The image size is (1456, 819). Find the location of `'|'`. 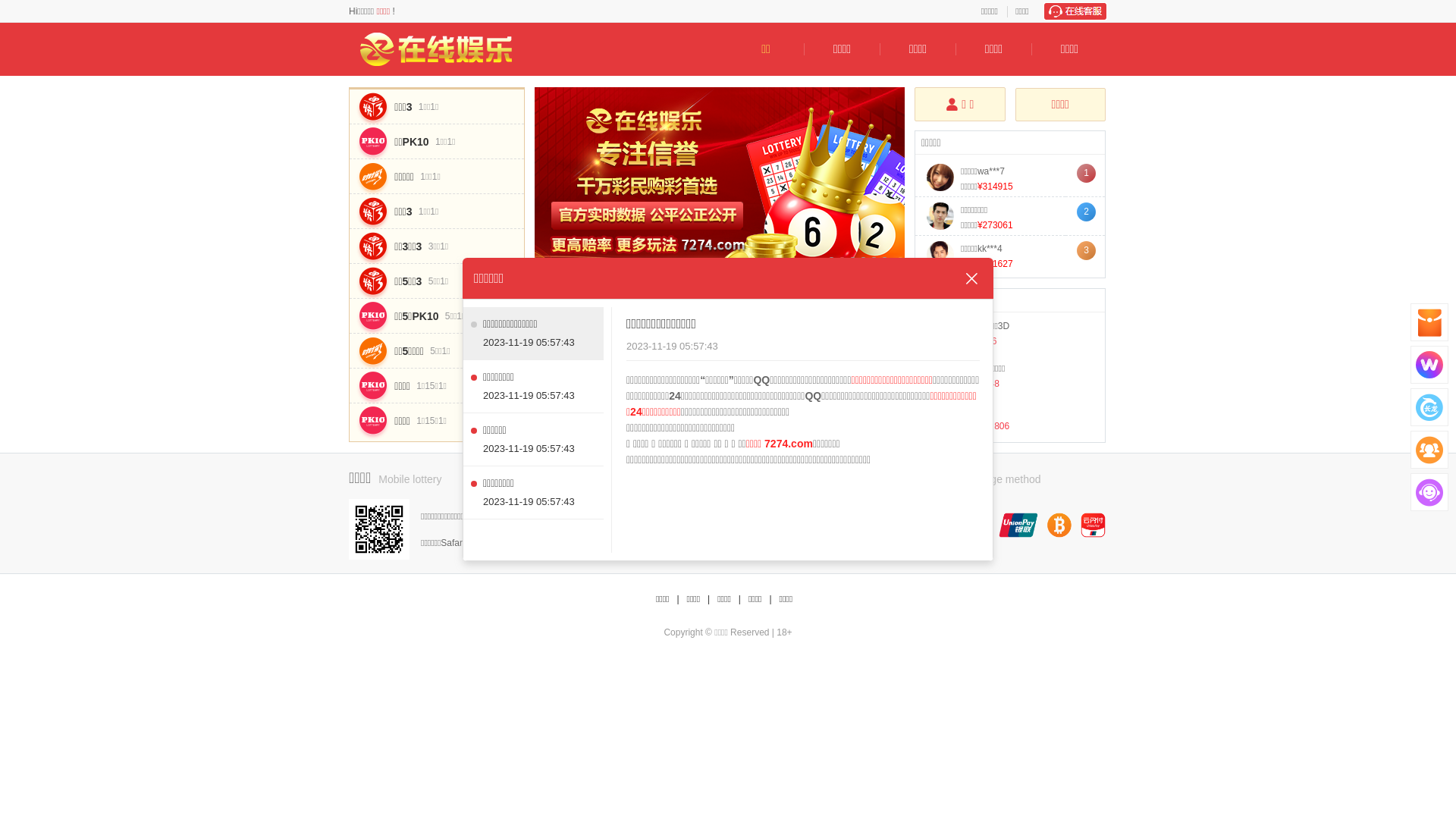

'|' is located at coordinates (708, 598).